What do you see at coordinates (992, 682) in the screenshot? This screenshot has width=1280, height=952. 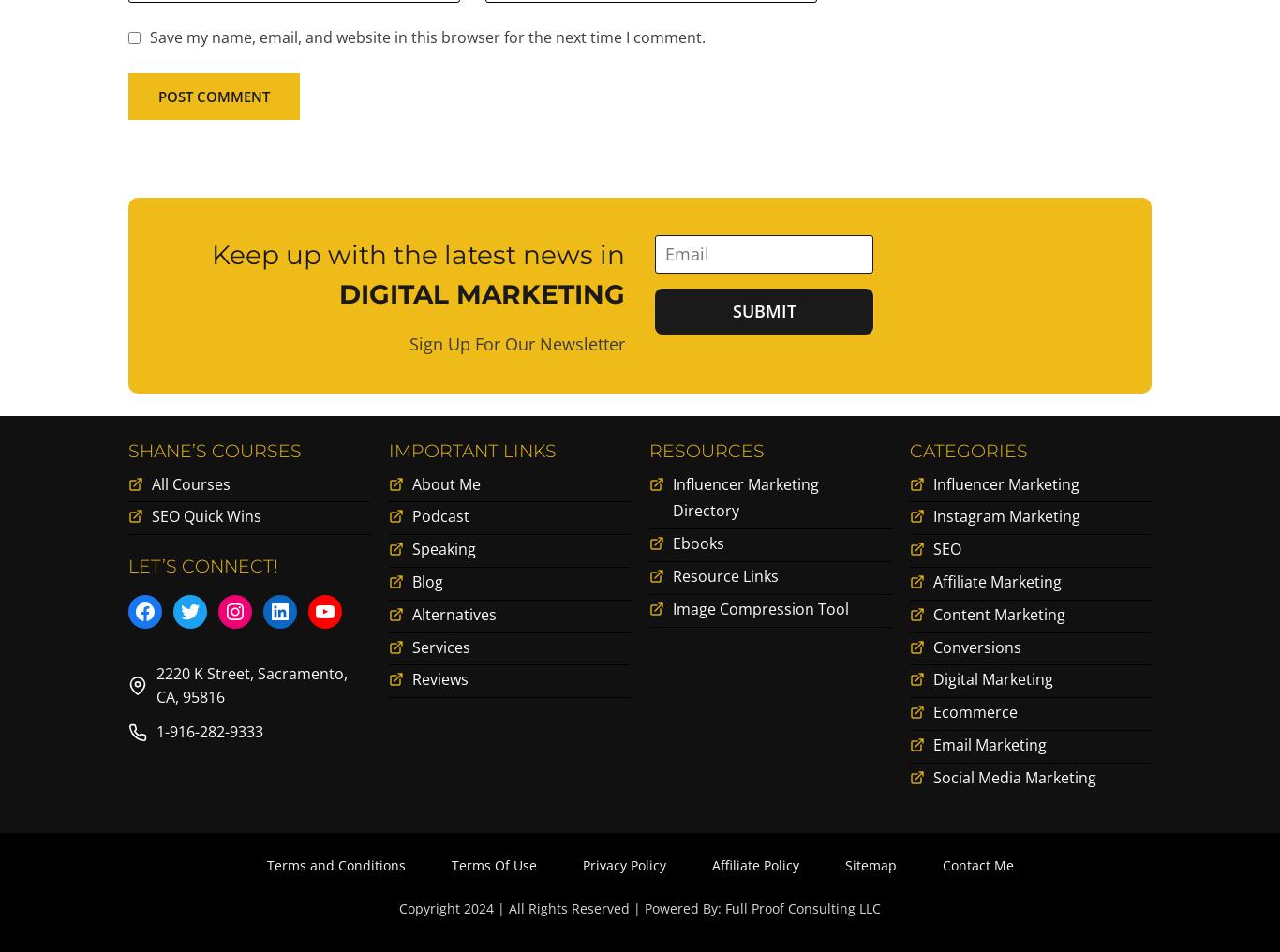 I see `'Digital Marketing'` at bounding box center [992, 682].